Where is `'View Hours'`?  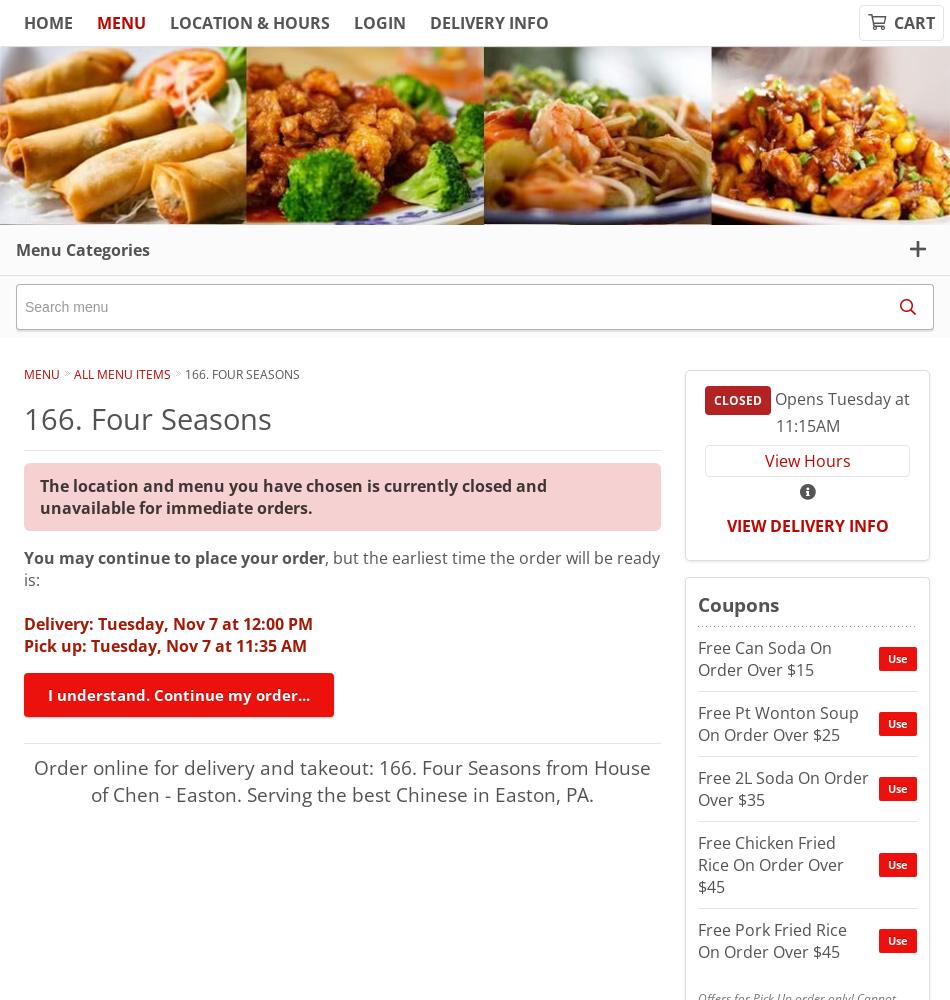
'View Hours' is located at coordinates (806, 460).